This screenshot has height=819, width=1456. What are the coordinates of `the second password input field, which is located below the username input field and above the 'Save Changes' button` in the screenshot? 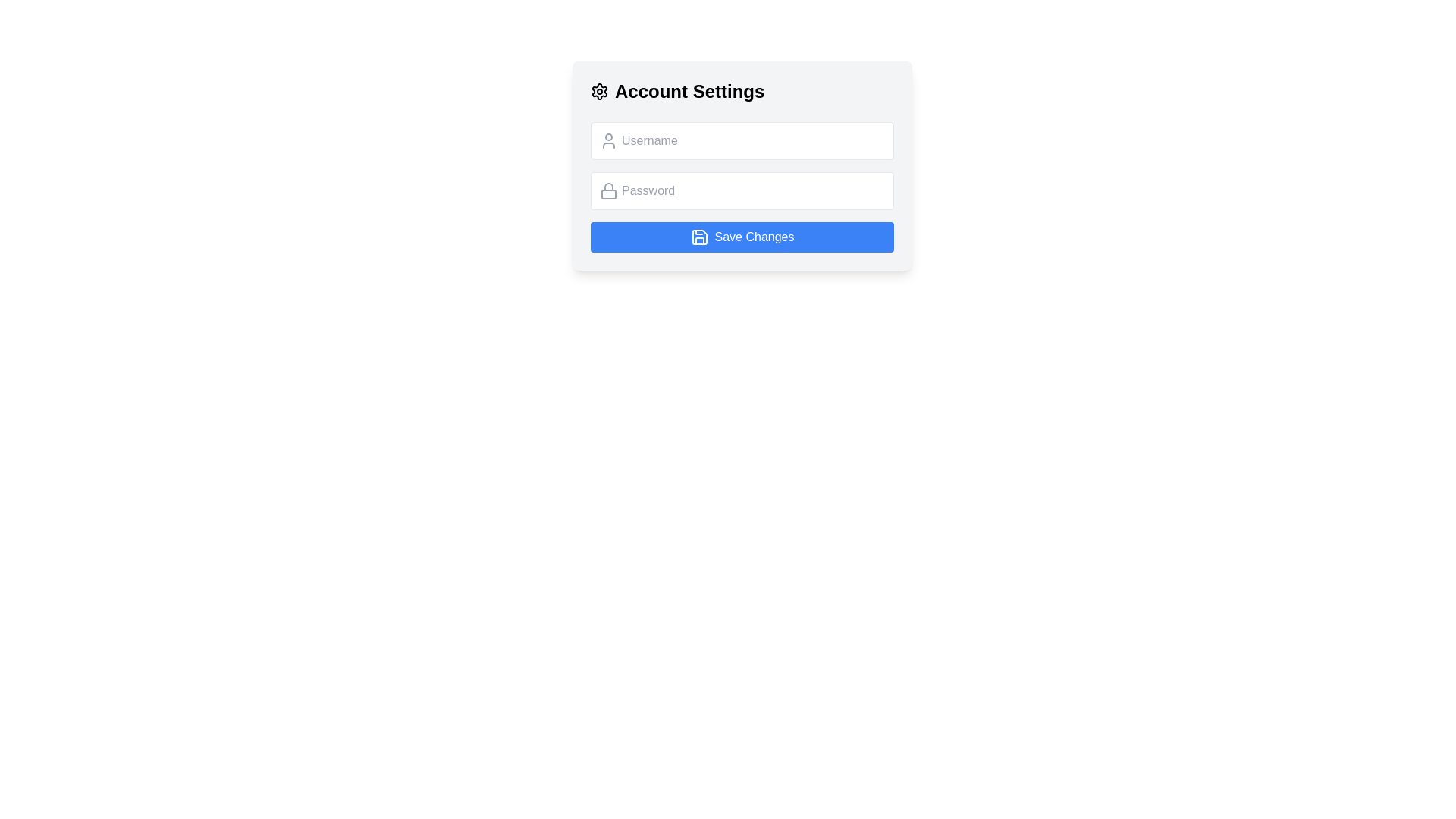 It's located at (742, 190).